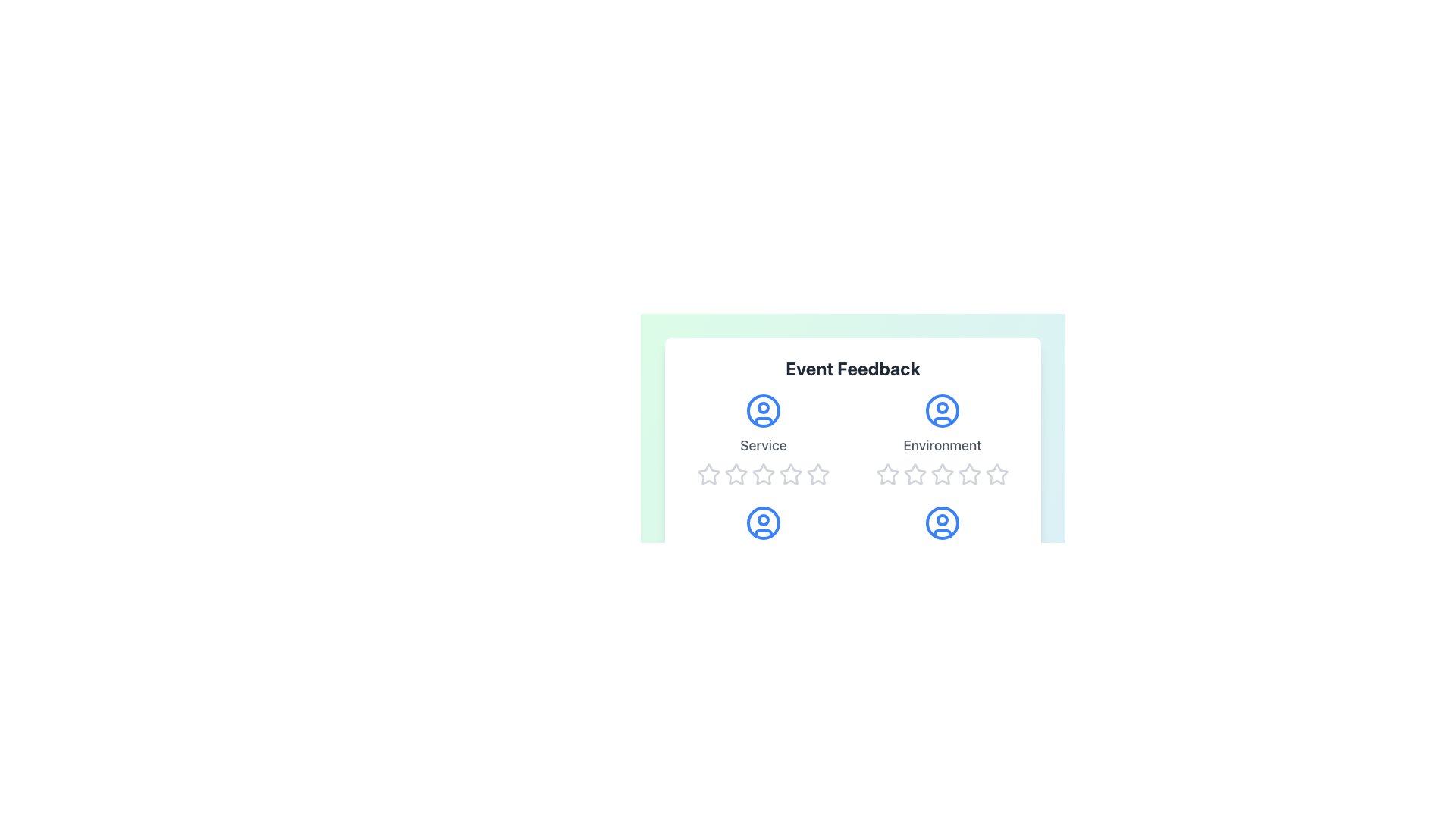  What do you see at coordinates (942, 473) in the screenshot?
I see `the third star in the second row of stars under the 'Environment' heading in the 'Event Feedback' section` at bounding box center [942, 473].